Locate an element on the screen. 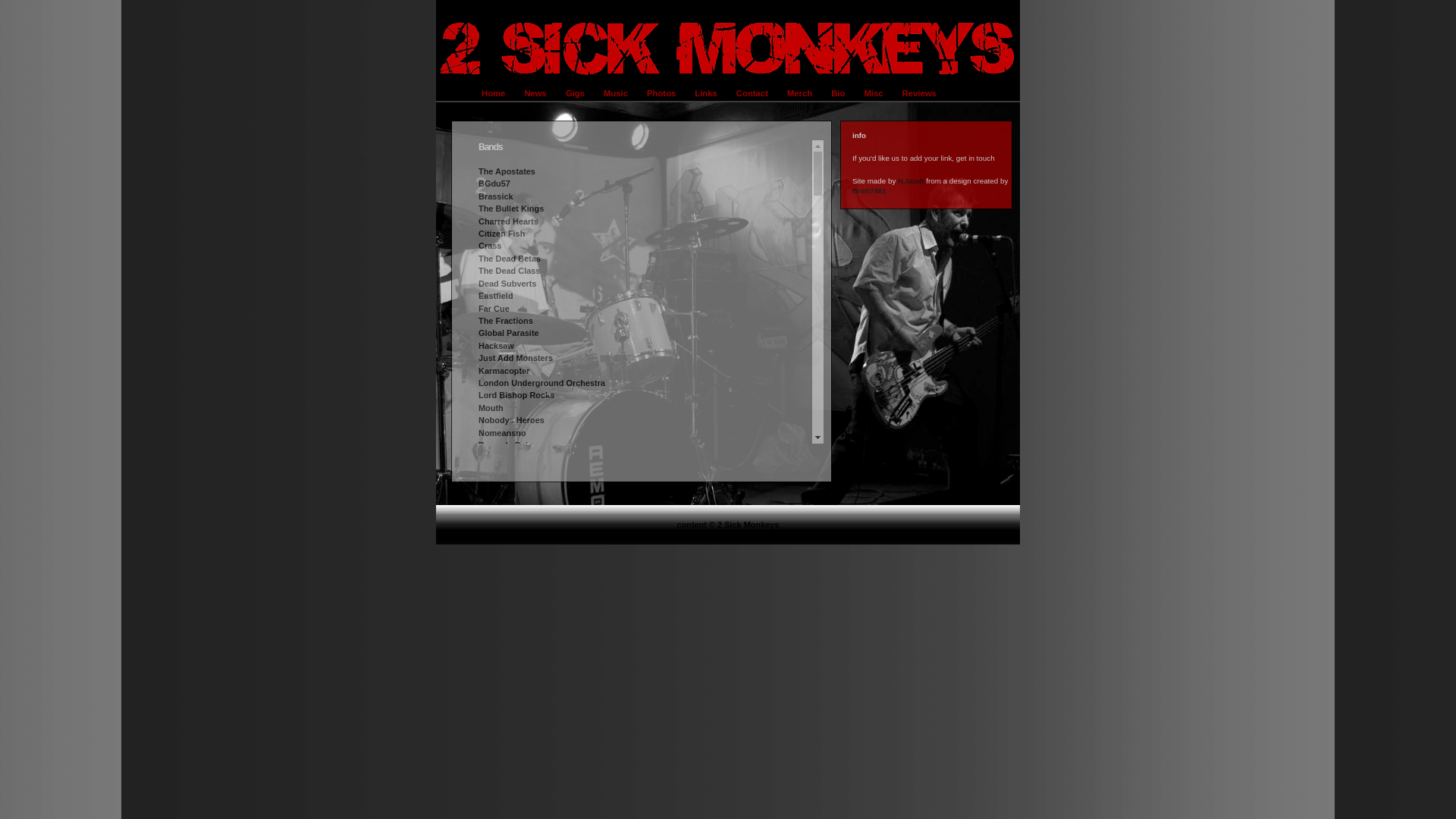 The height and width of the screenshot is (819, 1456). 'News' is located at coordinates (537, 93).